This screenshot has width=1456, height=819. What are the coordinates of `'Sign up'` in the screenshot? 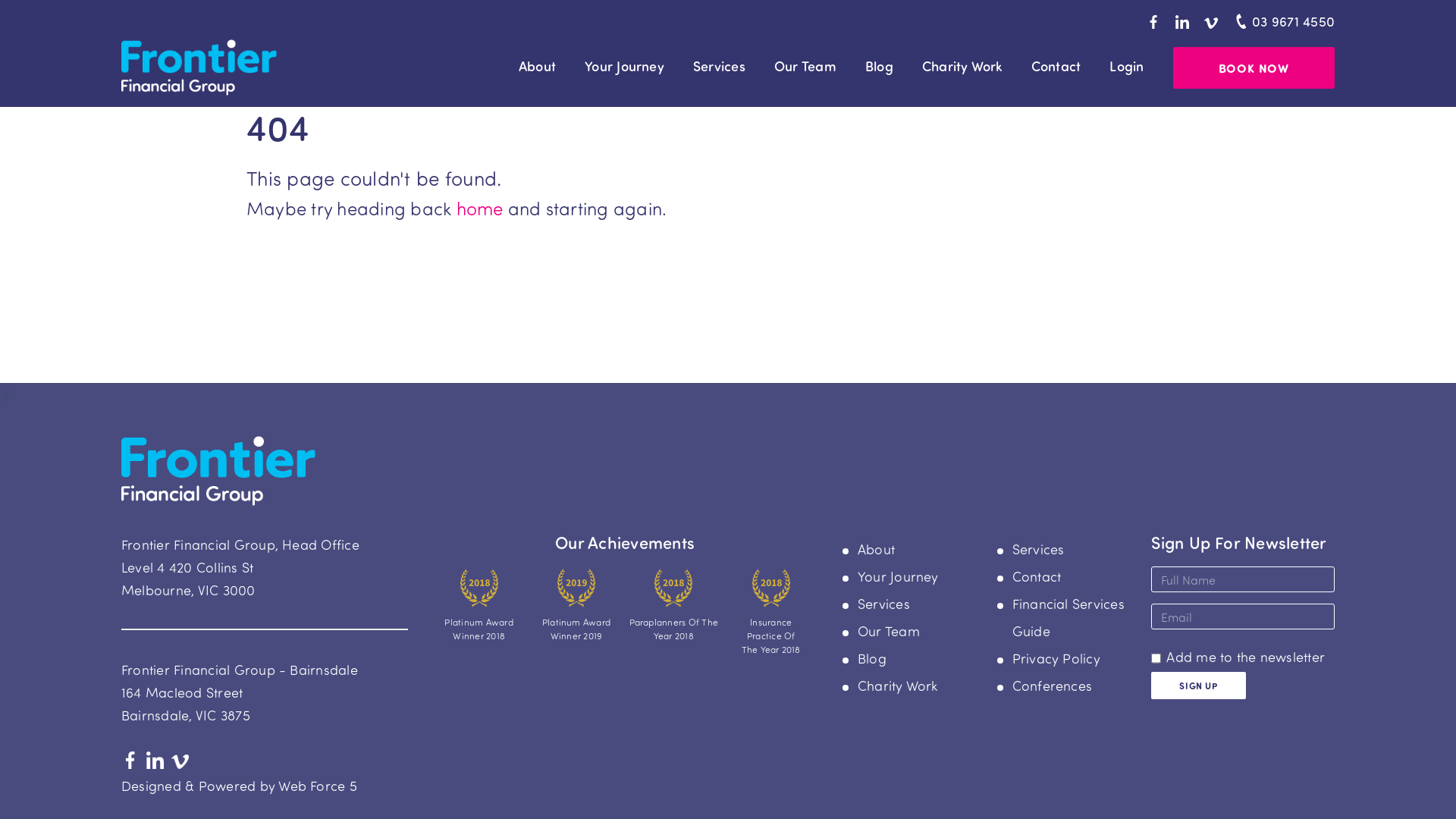 It's located at (1197, 685).